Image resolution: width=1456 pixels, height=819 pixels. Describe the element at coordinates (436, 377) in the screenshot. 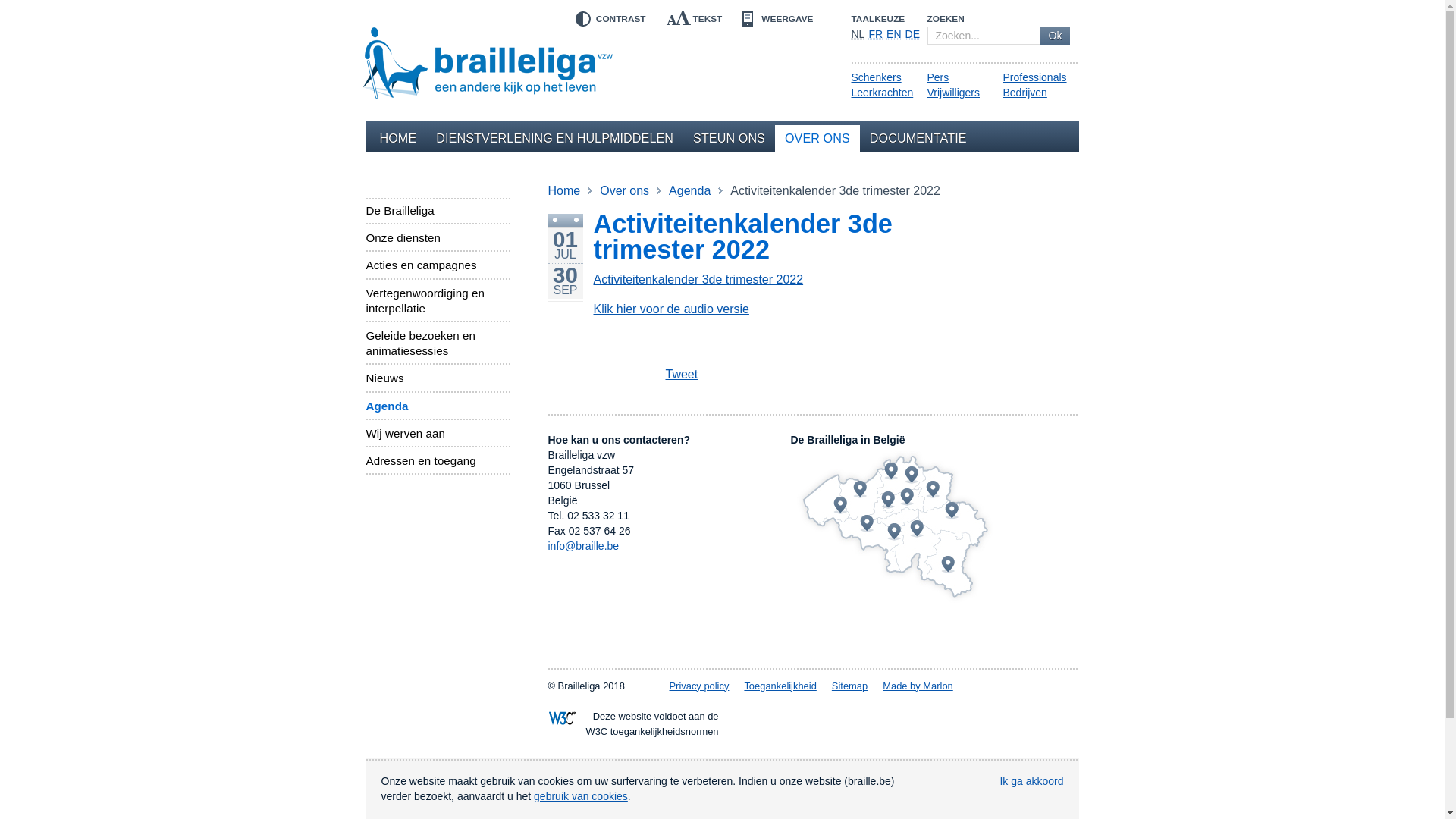

I see `'Nieuws'` at that location.